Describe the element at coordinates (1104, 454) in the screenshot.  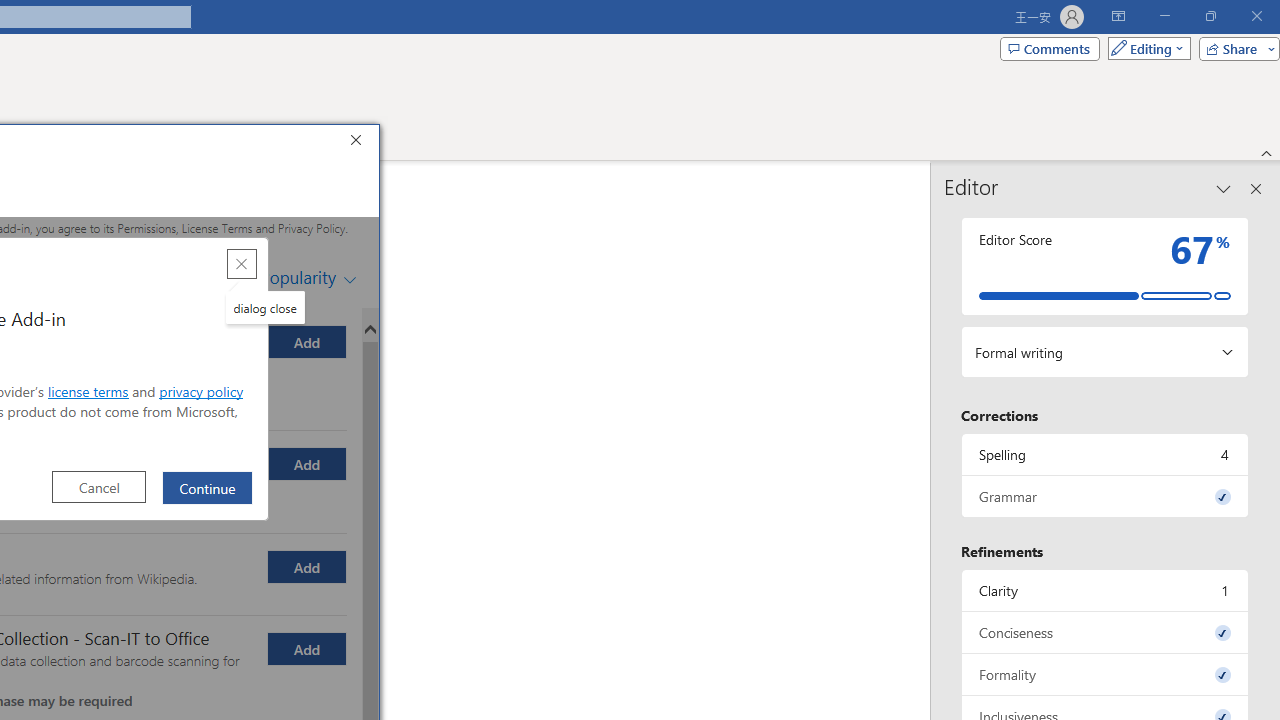
I see `'Spelling, 4 issues. Press space or enter to review items.'` at that location.